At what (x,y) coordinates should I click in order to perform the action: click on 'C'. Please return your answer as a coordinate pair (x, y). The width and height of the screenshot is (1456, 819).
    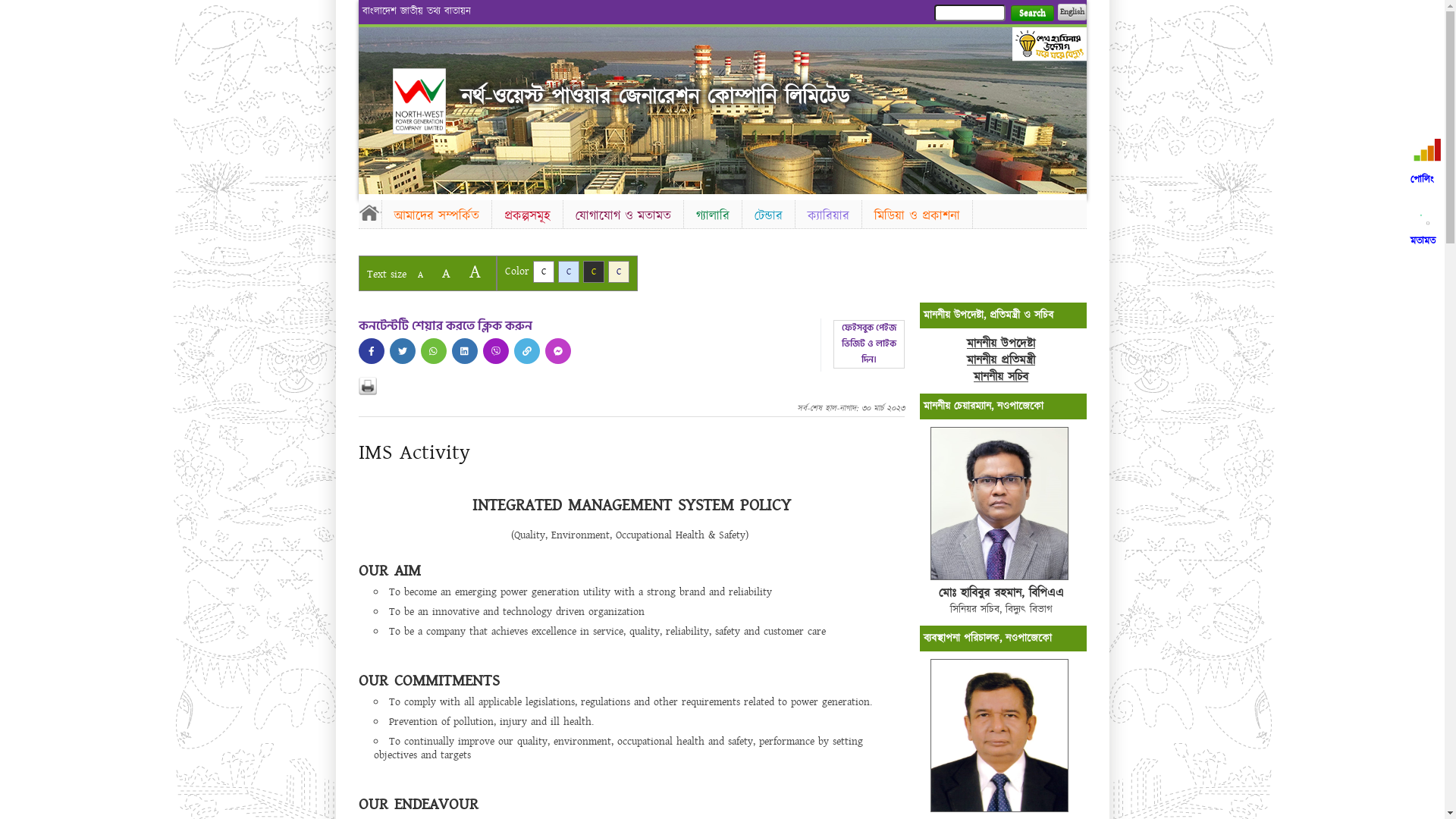
    Looking at the image, I should click on (542, 271).